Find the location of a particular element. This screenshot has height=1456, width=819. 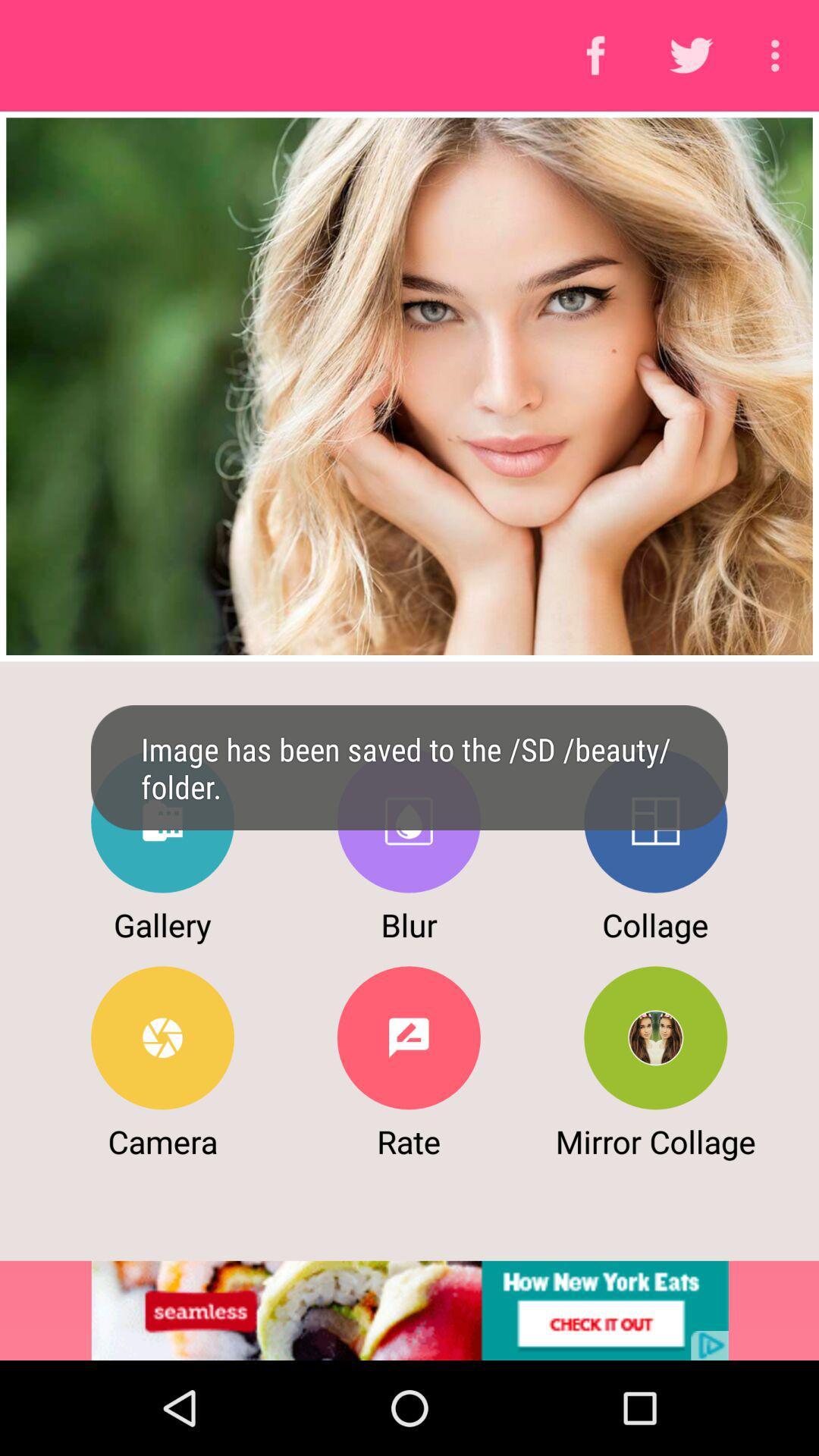

the email icon is located at coordinates (162, 821).